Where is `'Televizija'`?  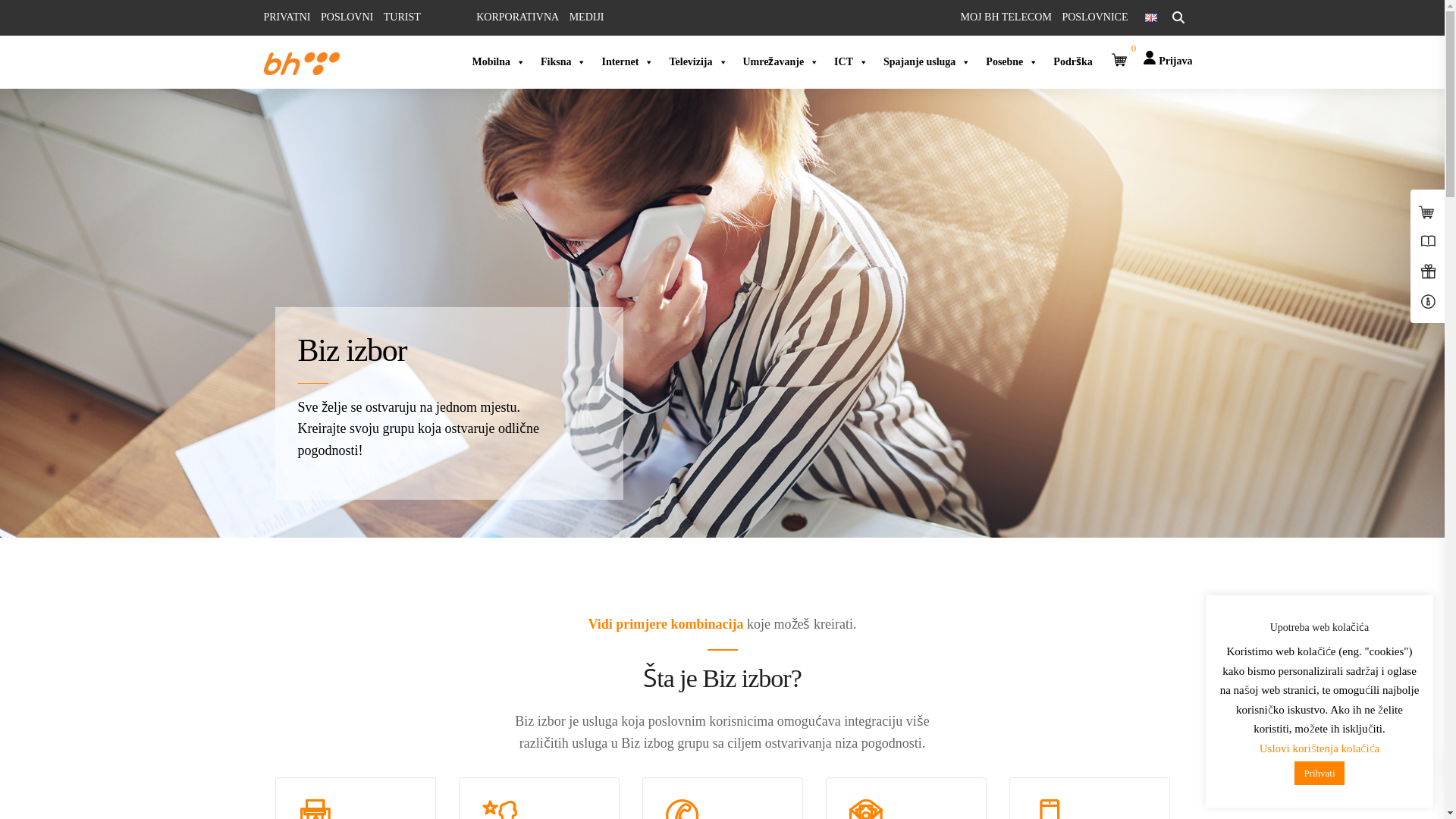
'Televizija' is located at coordinates (697, 61).